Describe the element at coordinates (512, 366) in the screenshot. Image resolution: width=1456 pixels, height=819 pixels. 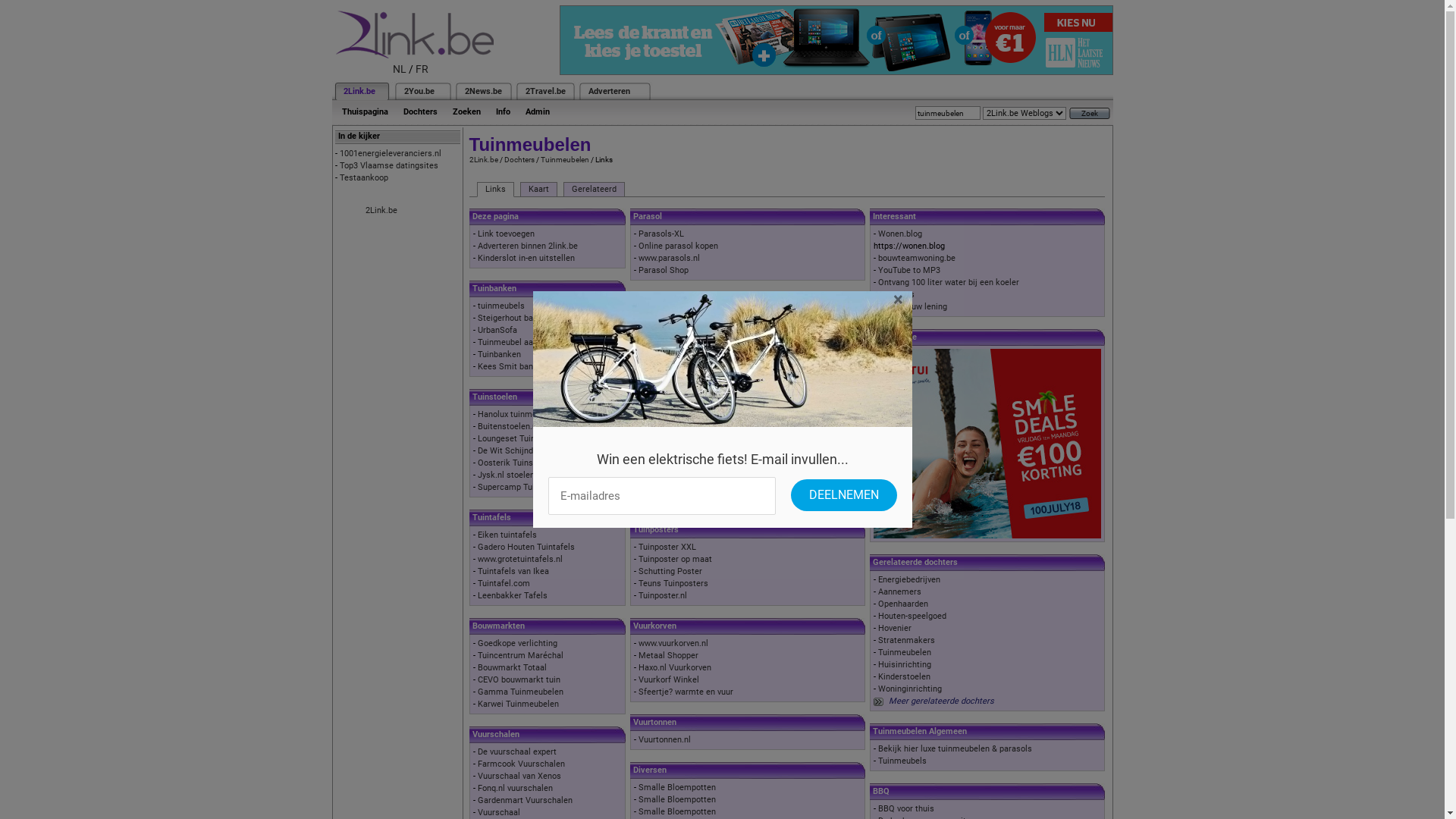
I see `'Kees Smit banken'` at that location.